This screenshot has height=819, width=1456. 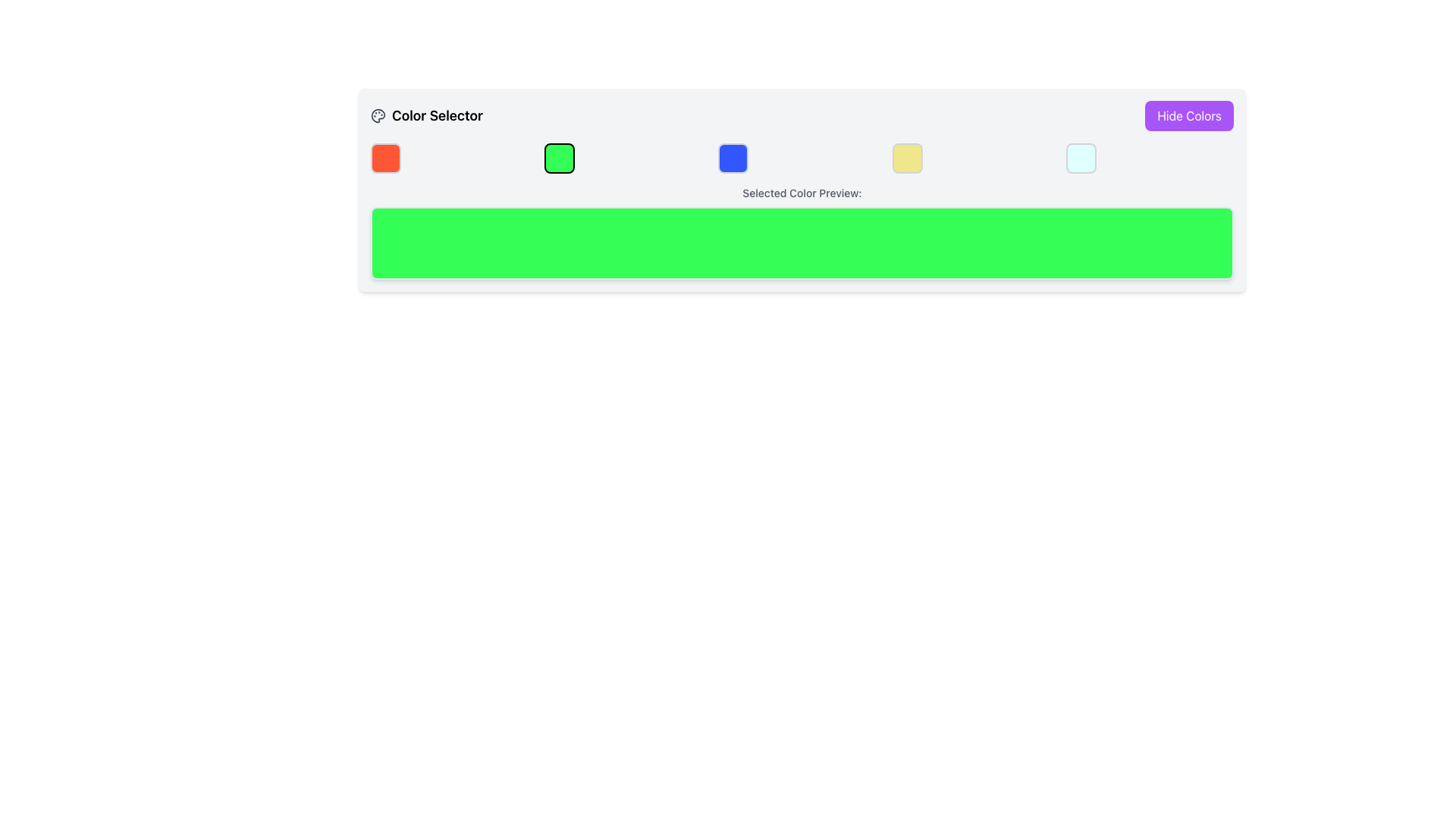 I want to click on the 'Hide Colors' button, which is a purple rectangular button with rounded edges located in the top-right corner of the 'Color Selector' toolbar, to hide the color selection interface, so click(x=1188, y=115).